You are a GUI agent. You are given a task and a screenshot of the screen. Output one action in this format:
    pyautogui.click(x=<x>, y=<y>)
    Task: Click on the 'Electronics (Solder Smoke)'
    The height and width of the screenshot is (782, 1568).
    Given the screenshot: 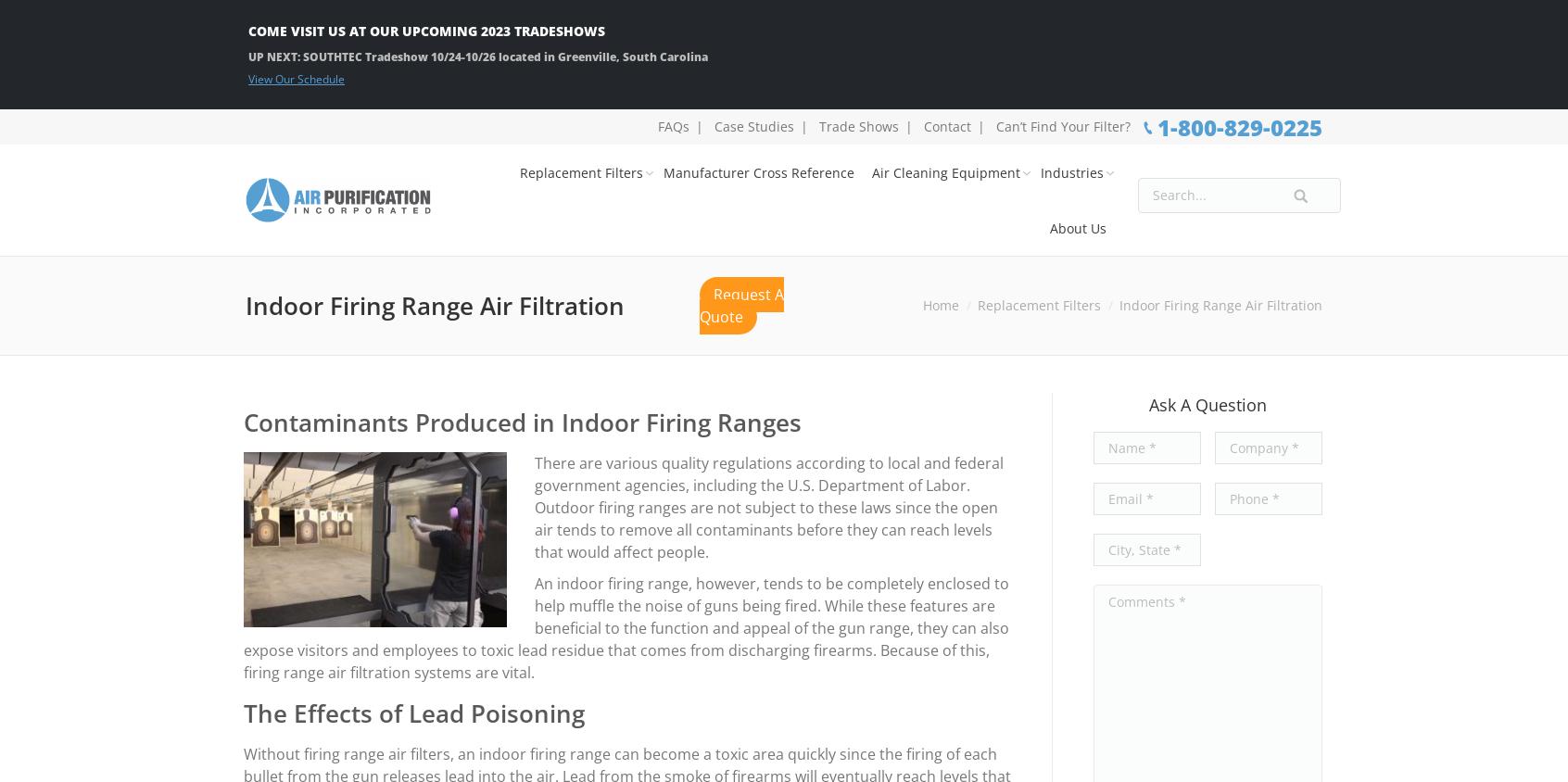 What is the action you would take?
    pyautogui.click(x=1056, y=358)
    